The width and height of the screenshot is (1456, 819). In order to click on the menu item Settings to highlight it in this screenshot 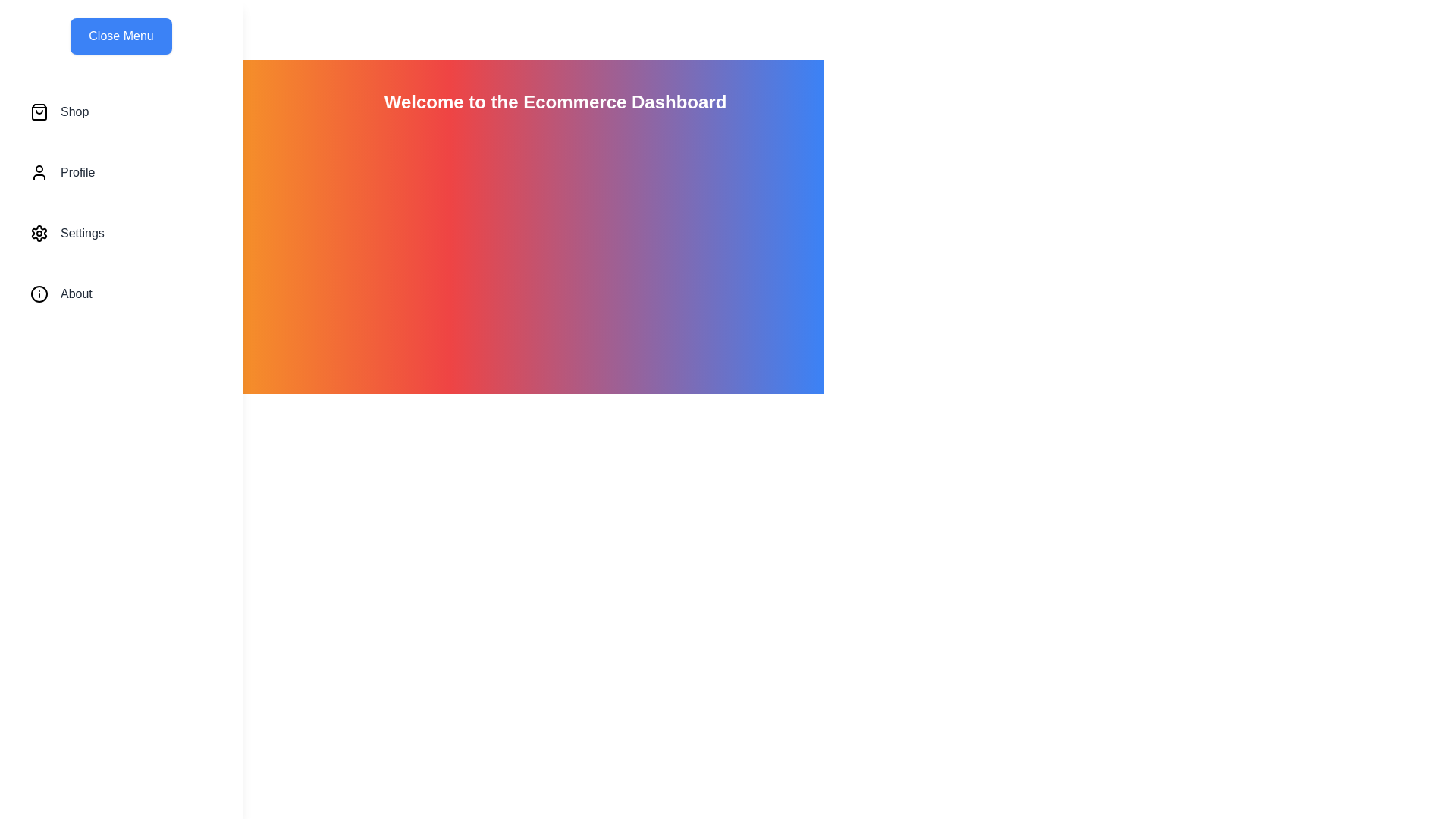, I will do `click(120, 234)`.